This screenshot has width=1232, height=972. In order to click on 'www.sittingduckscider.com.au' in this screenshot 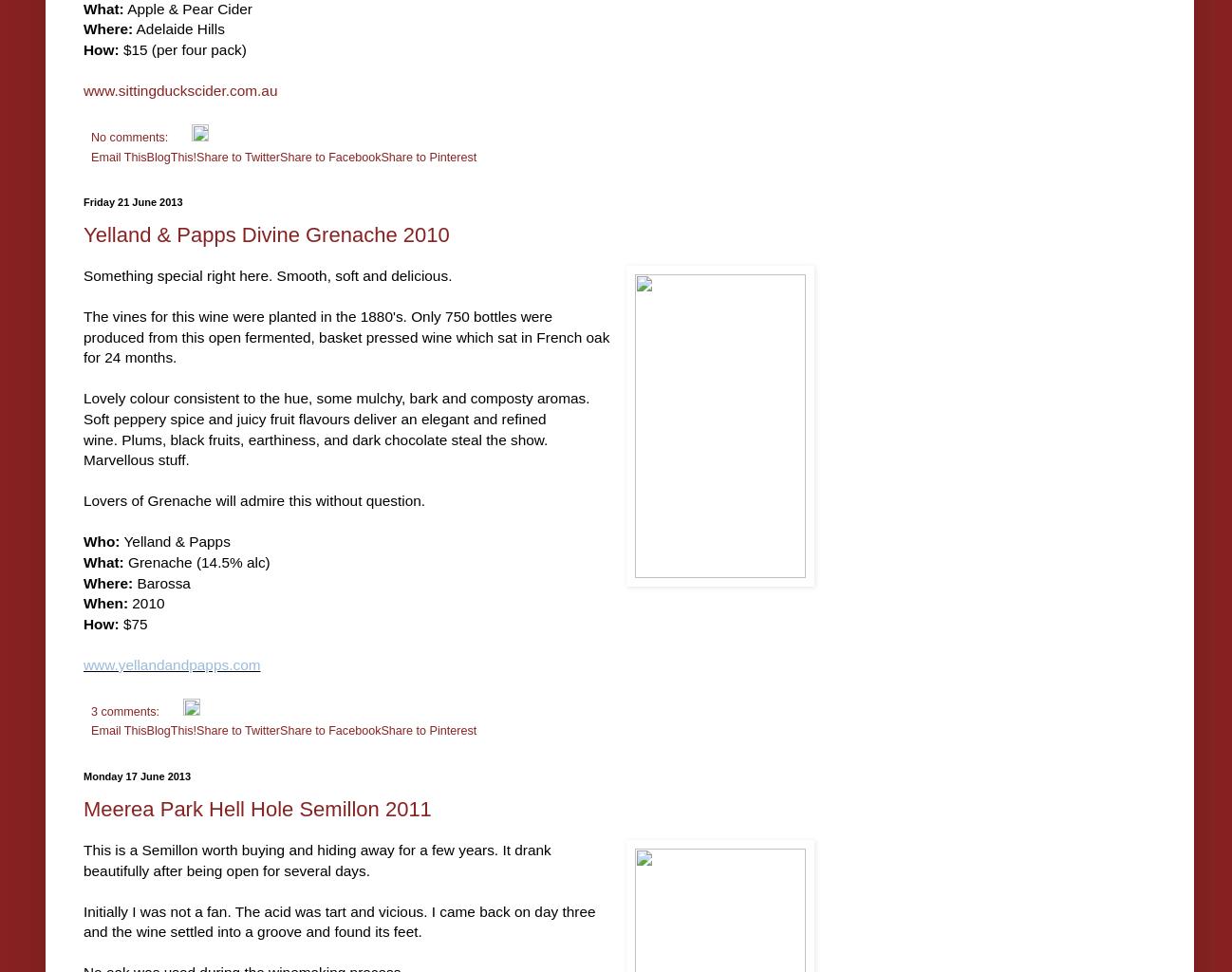, I will do `click(179, 89)`.